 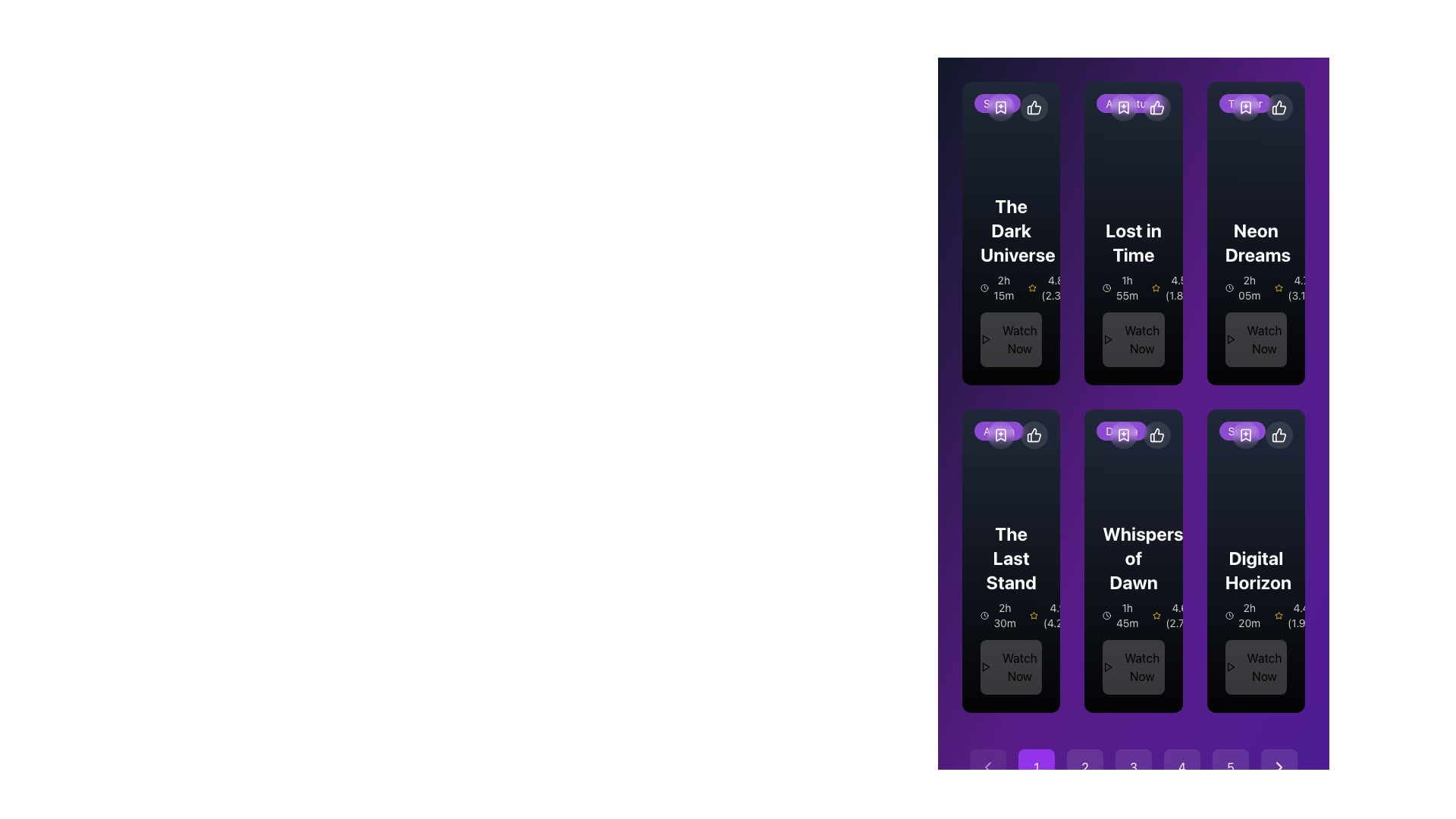 I want to click on rating displayed on the text label for the movie 'Whispers of Dawn', which is located in the fourth column of the grid layout and is adjacent to a decorative star icon, so click(x=1173, y=616).